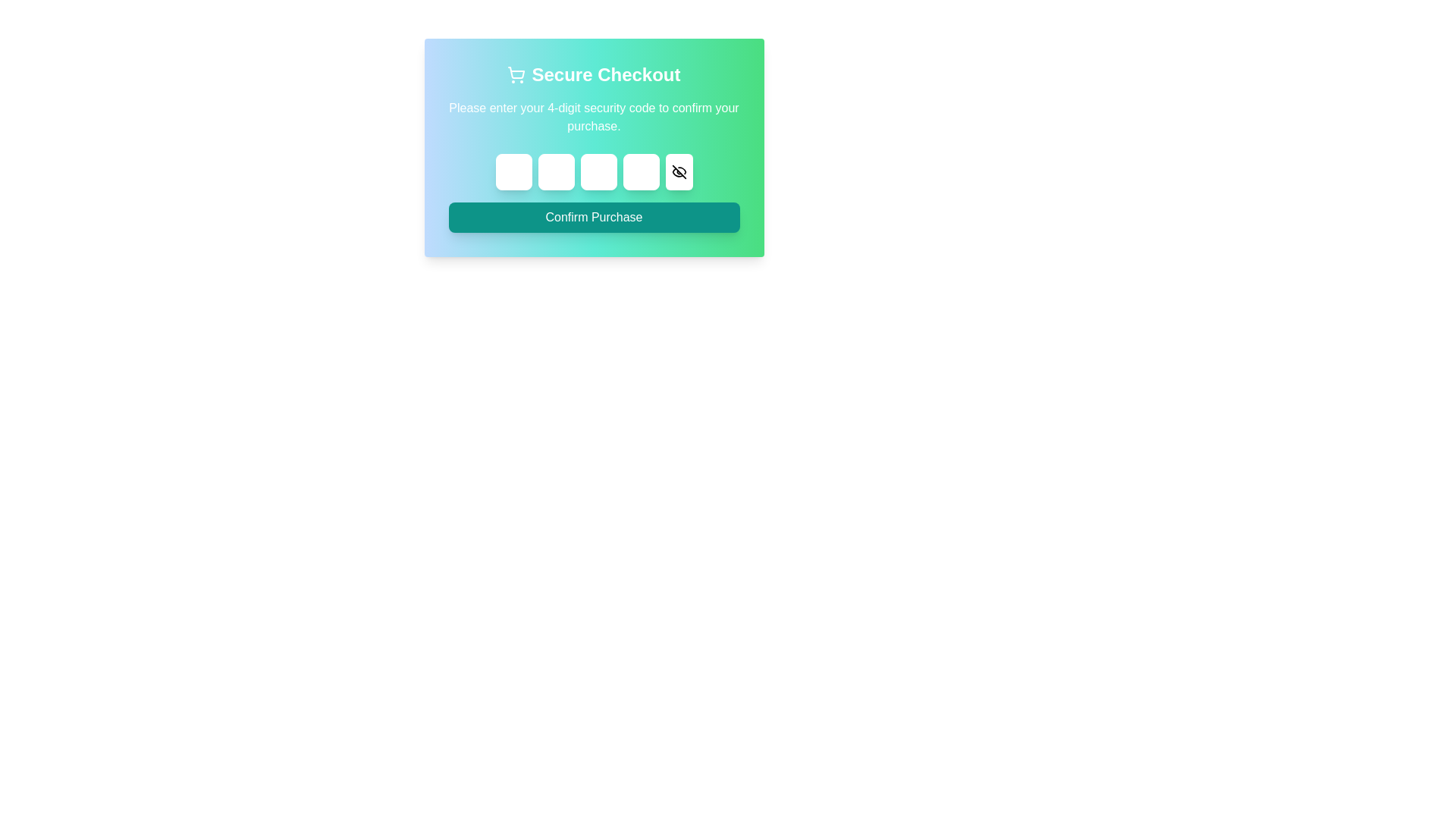  I want to click on the shopping cart icon element located near the 'Secure Checkout' text in the header section of the interface, so click(516, 73).